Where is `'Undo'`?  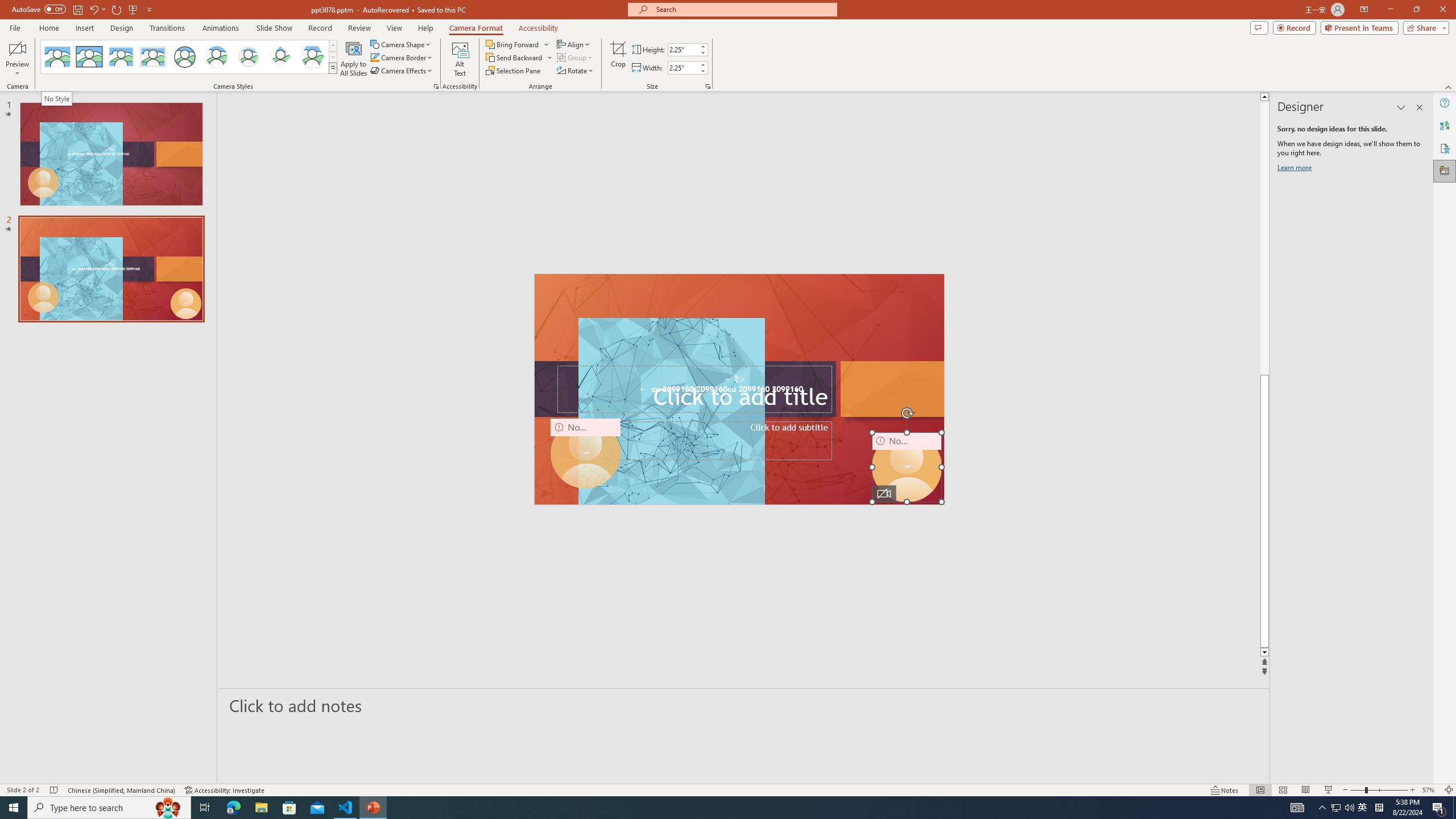
'Undo' is located at coordinates (93, 9).